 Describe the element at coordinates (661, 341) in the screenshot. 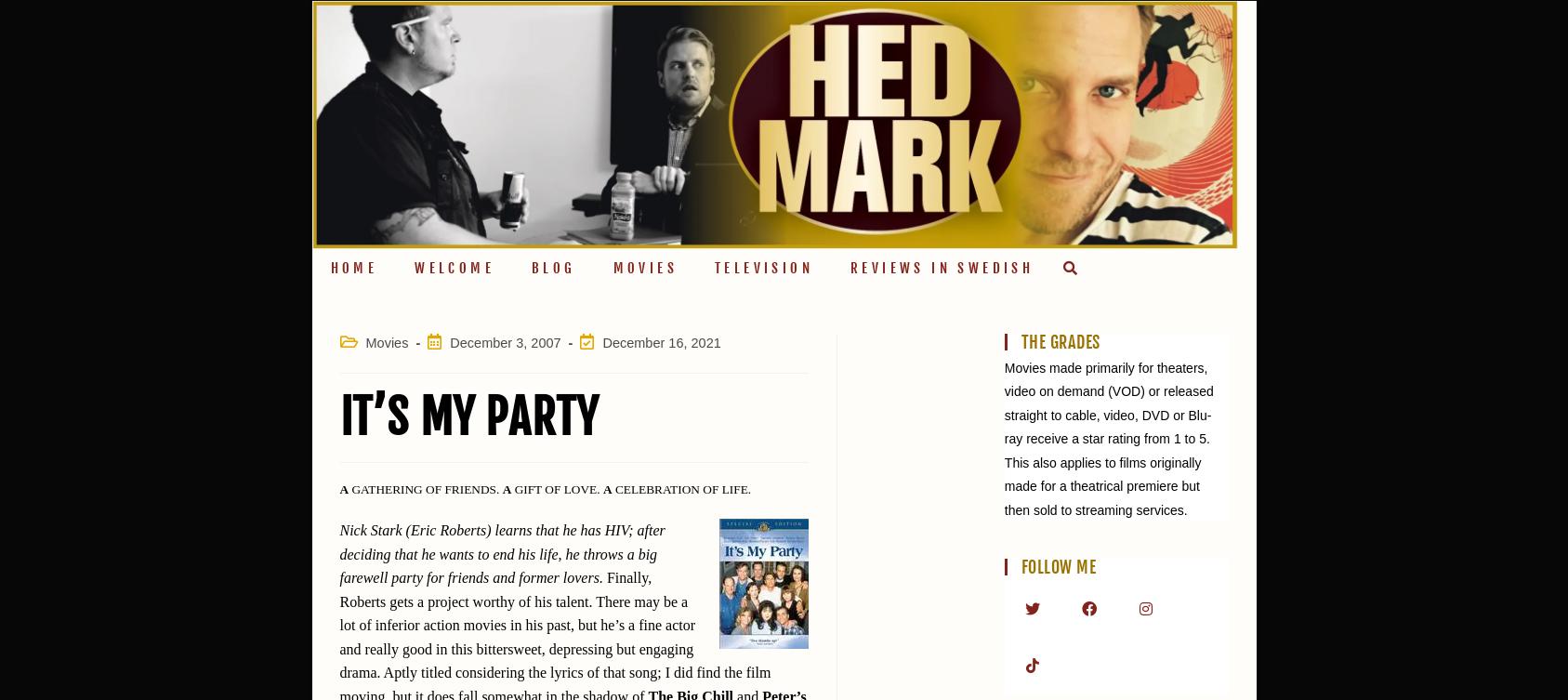

I see `'December 16, 2021'` at that location.